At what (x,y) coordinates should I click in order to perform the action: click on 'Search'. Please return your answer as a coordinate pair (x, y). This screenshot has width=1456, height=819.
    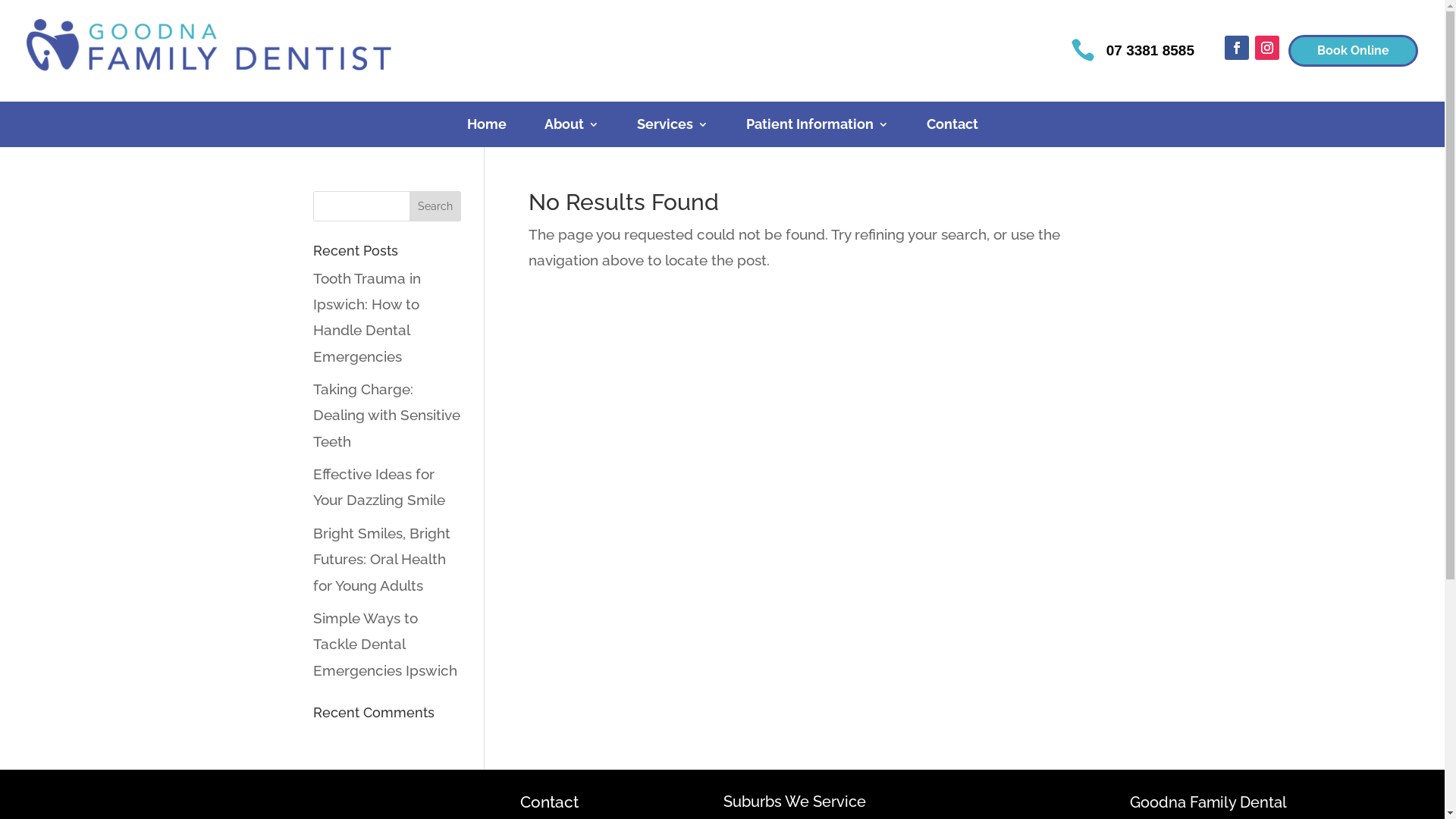
    Looking at the image, I should click on (435, 206).